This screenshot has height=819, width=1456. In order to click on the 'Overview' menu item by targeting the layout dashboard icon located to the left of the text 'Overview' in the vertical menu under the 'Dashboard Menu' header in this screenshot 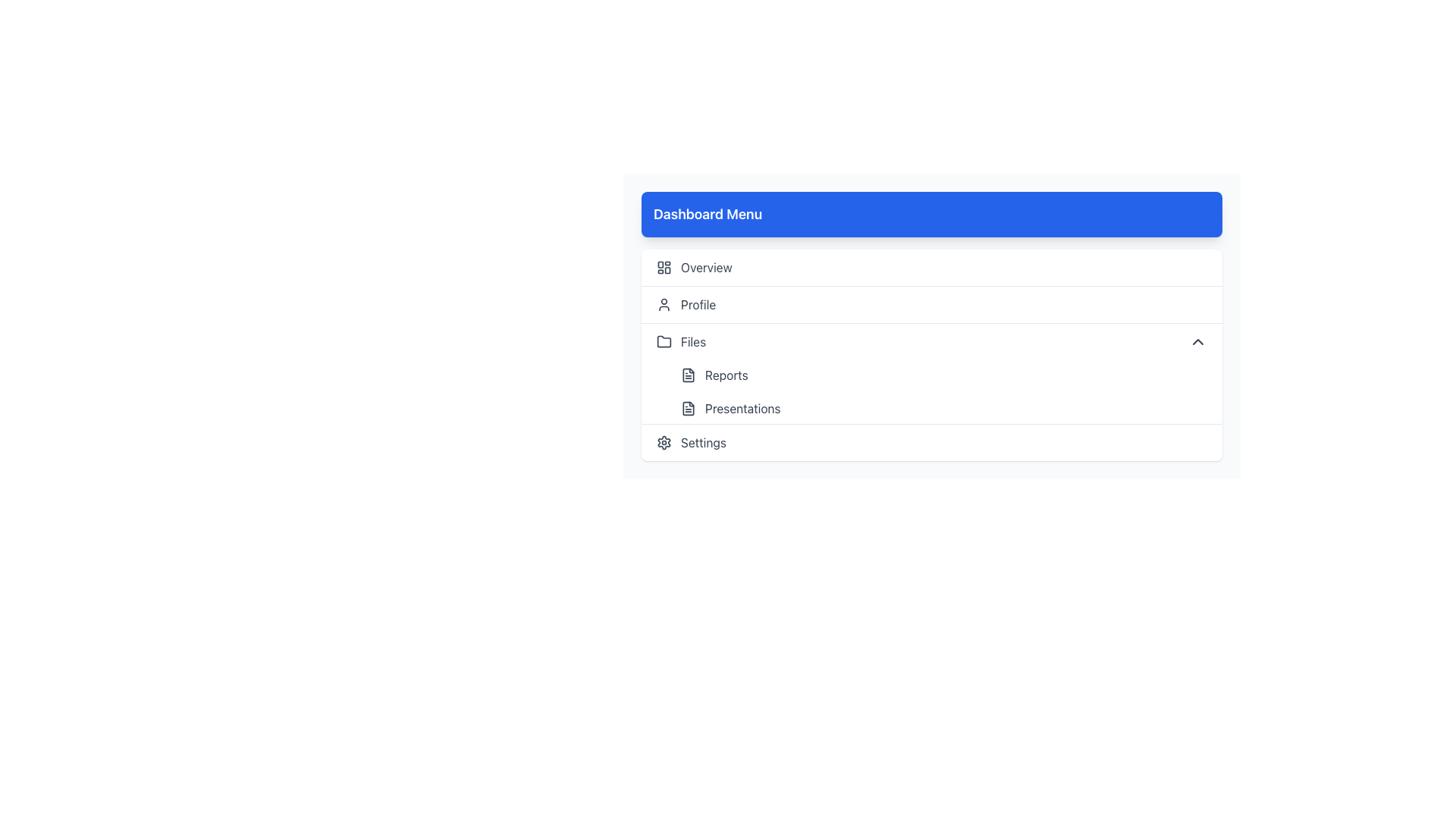, I will do `click(664, 267)`.